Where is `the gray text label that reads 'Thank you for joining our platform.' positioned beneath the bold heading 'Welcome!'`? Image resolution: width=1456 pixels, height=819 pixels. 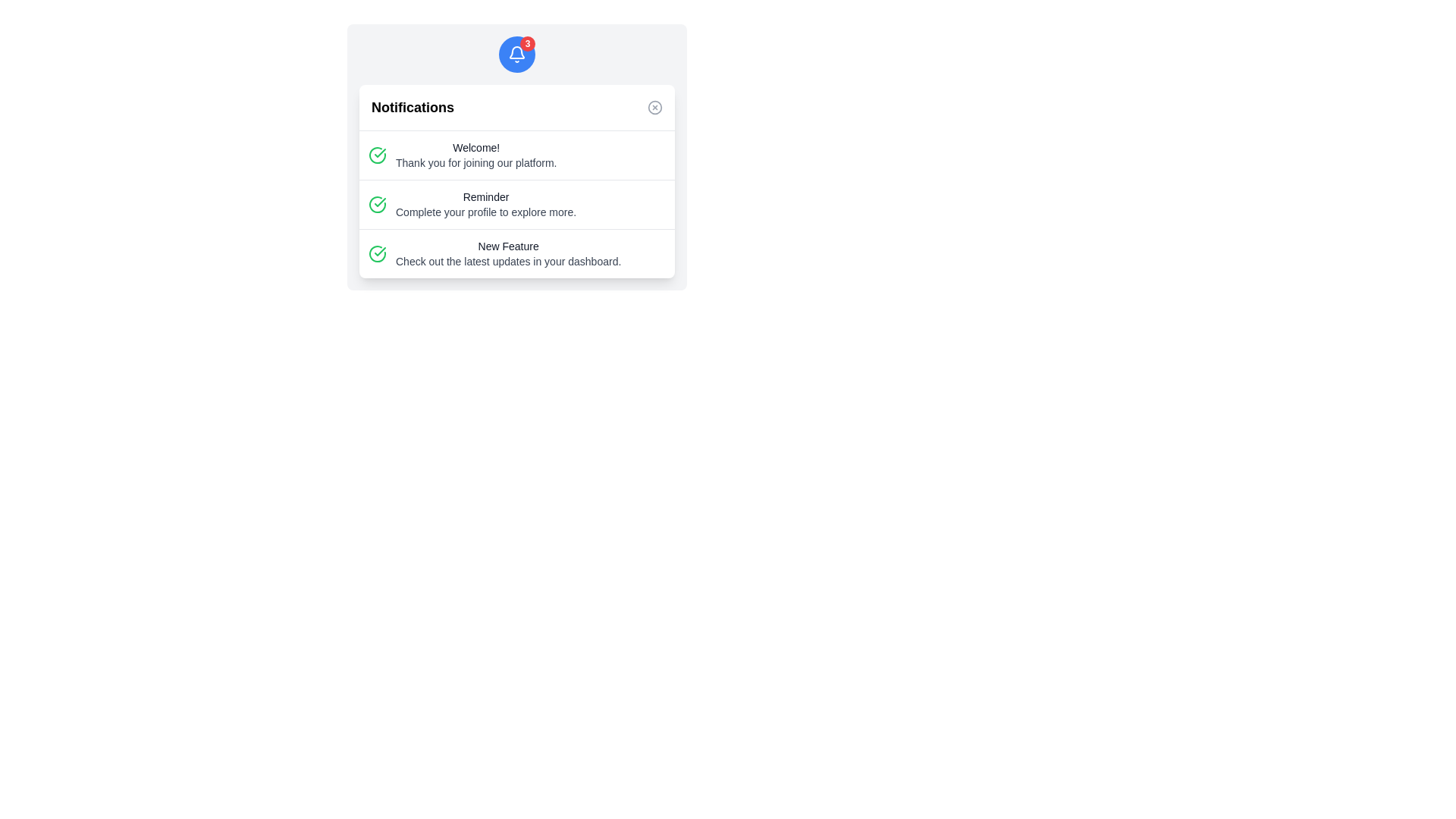
the gray text label that reads 'Thank you for joining our platform.' positioned beneath the bold heading 'Welcome!' is located at coordinates (475, 163).